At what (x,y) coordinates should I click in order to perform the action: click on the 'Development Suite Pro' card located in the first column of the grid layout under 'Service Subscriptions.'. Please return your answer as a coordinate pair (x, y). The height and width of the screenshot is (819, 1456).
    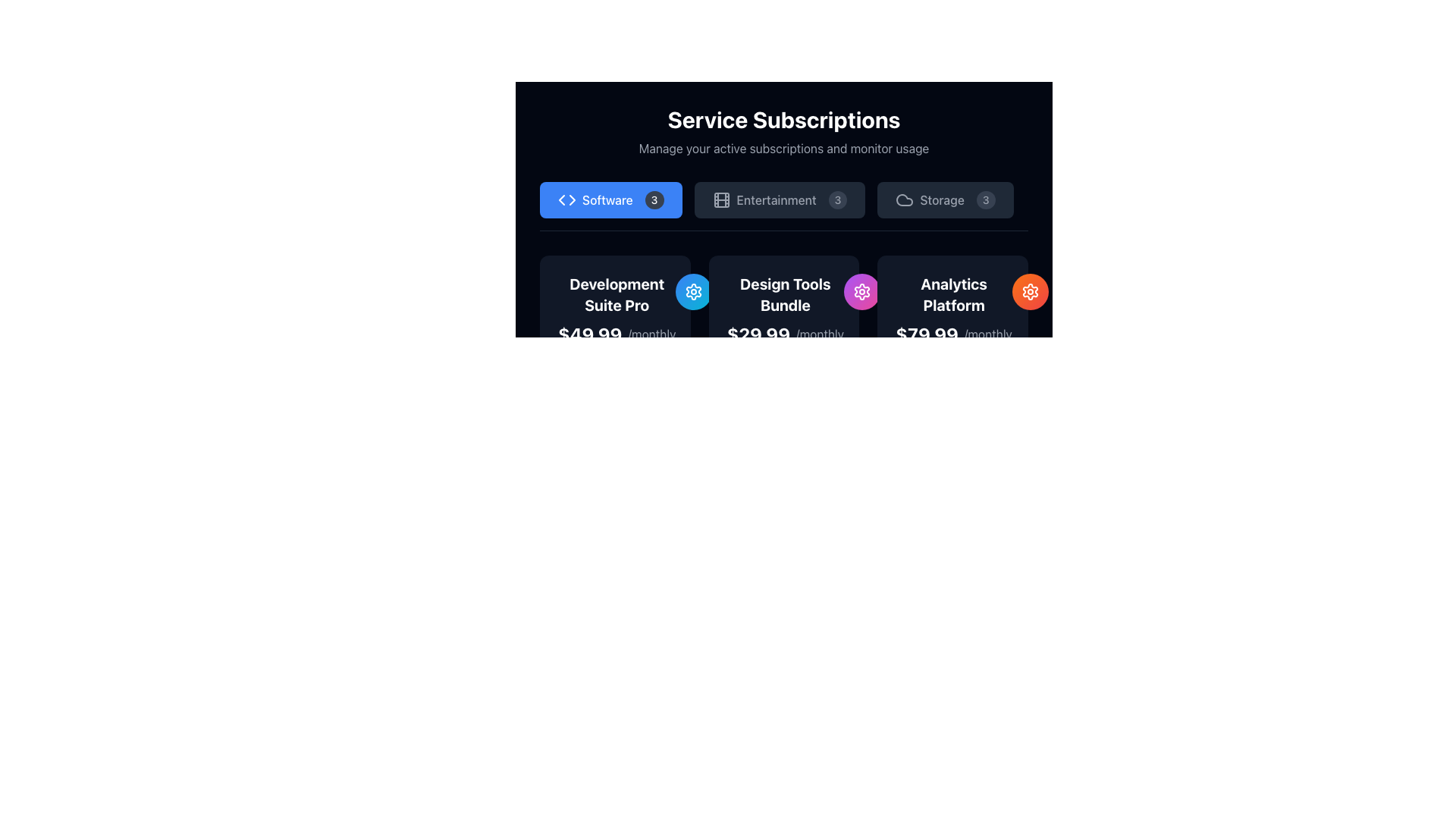
    Looking at the image, I should click on (615, 380).